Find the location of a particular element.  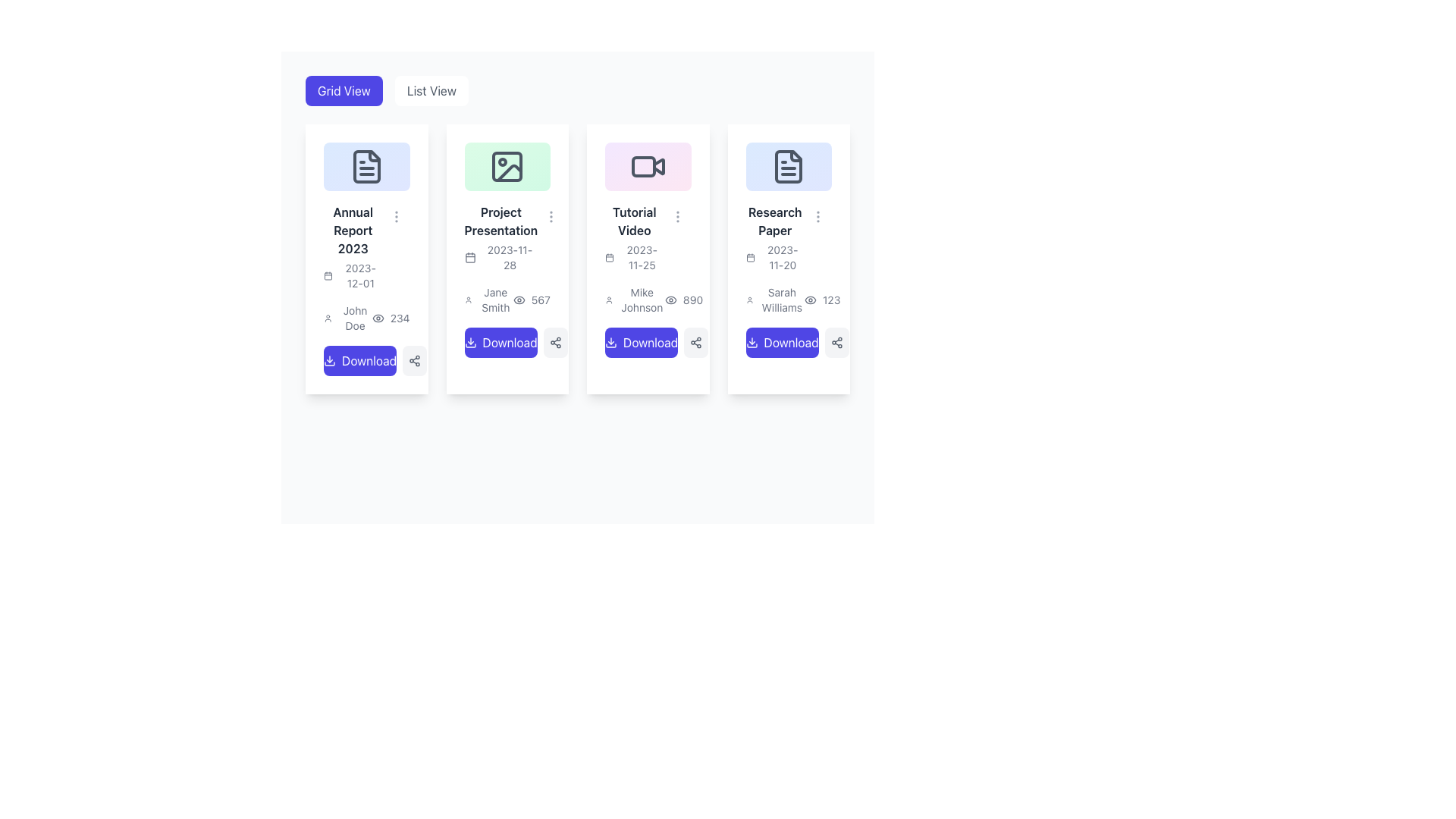

the eye-shaped visibility indicator located in the fourth content card associated with 'Research Paper' is located at coordinates (810, 300).